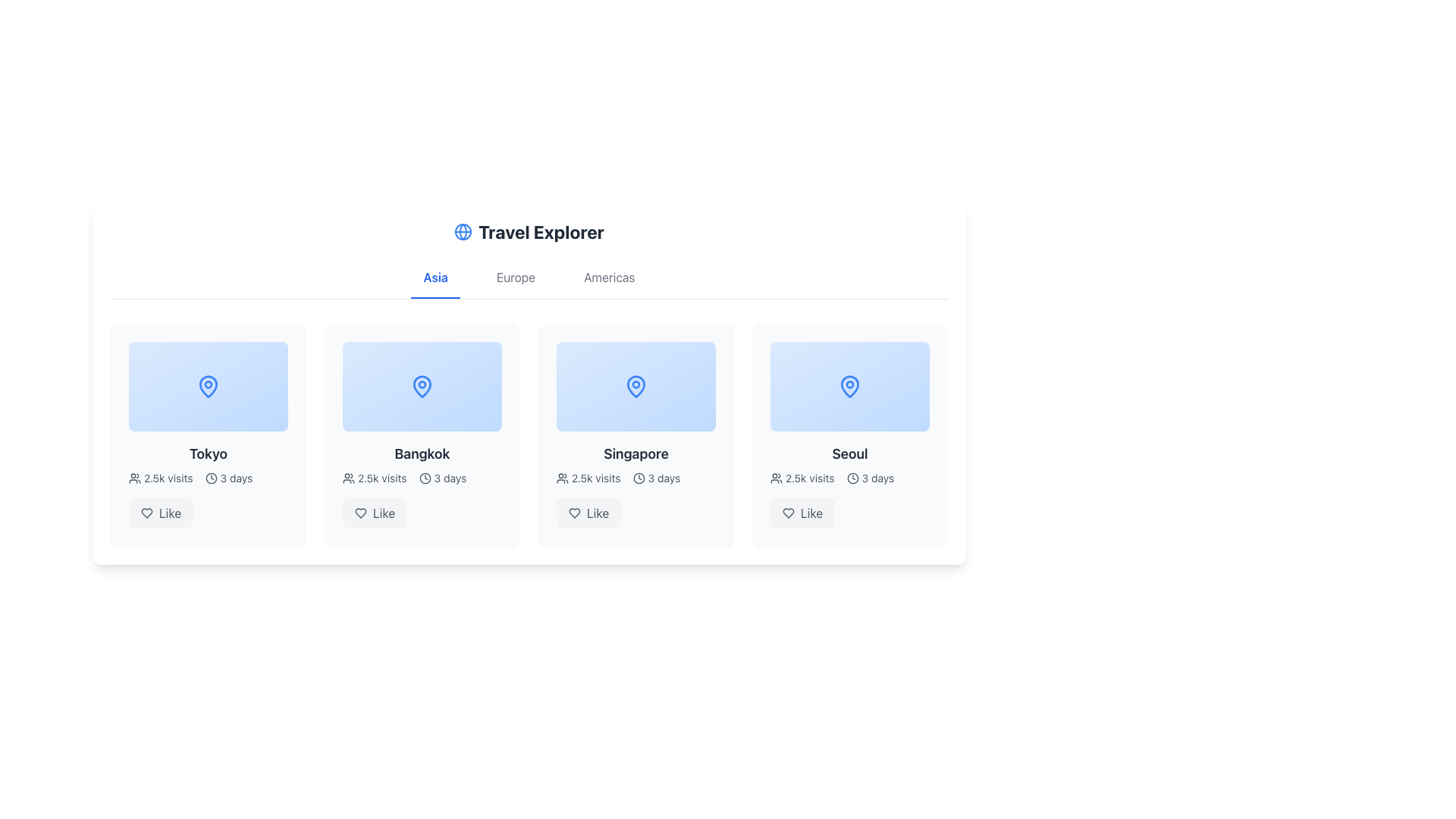 The image size is (1456, 819). What do you see at coordinates (207, 385) in the screenshot?
I see `the blue location marker icon centered in the upper half of the Tokyo travel destination card` at bounding box center [207, 385].